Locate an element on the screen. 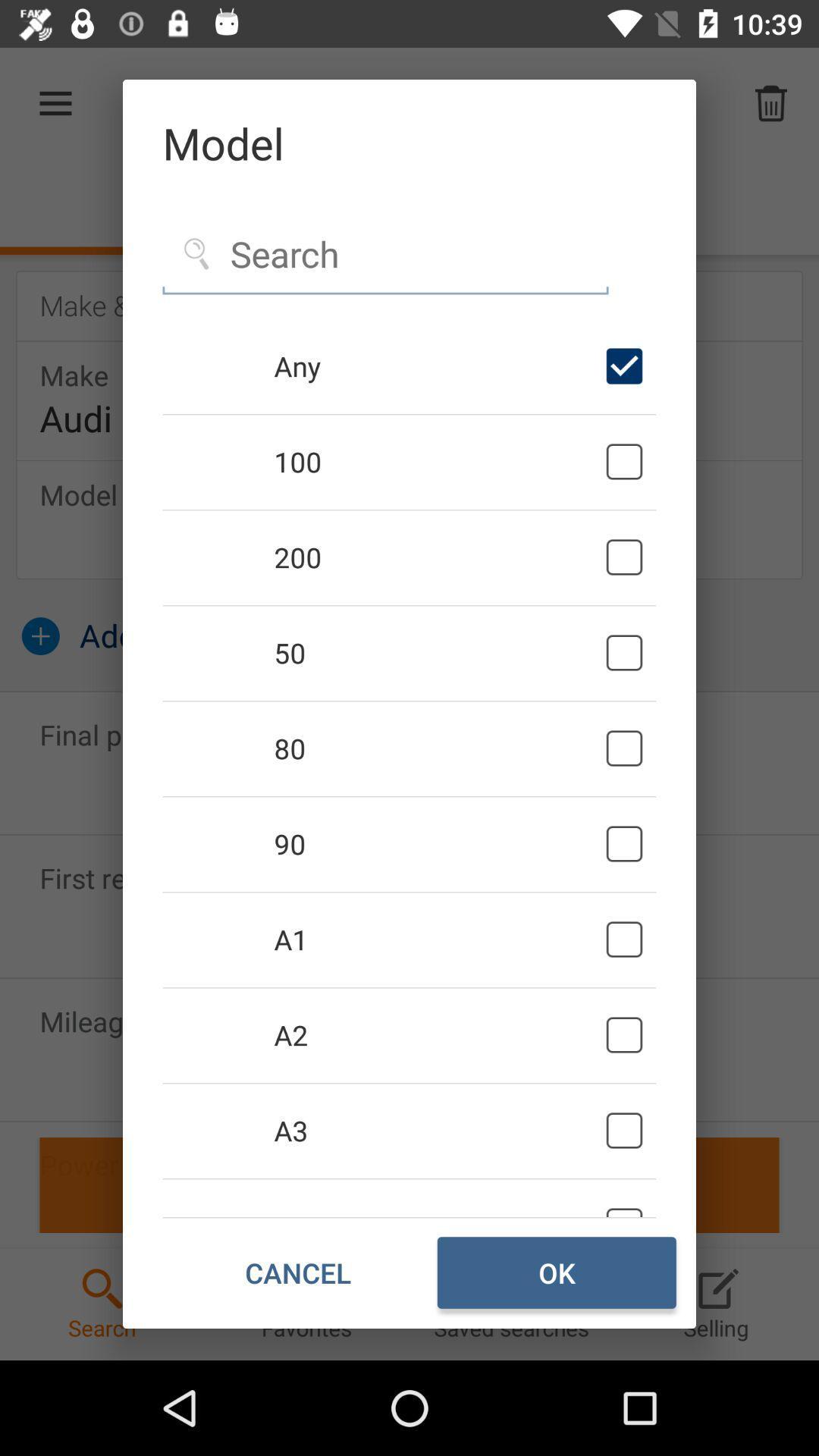 This screenshot has height=1456, width=819. the item below 100 is located at coordinates (437, 556).